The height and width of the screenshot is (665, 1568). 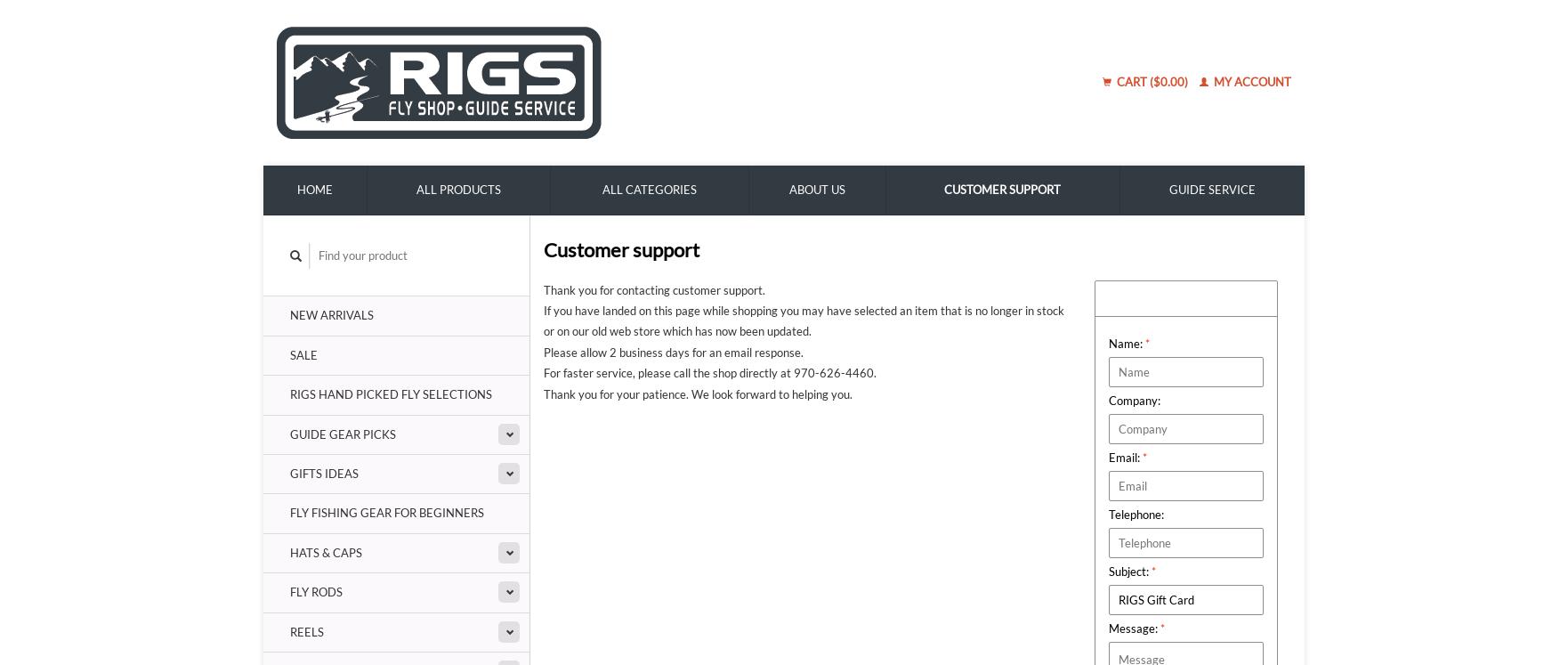 I want to click on 'New Arrivals', so click(x=289, y=315).